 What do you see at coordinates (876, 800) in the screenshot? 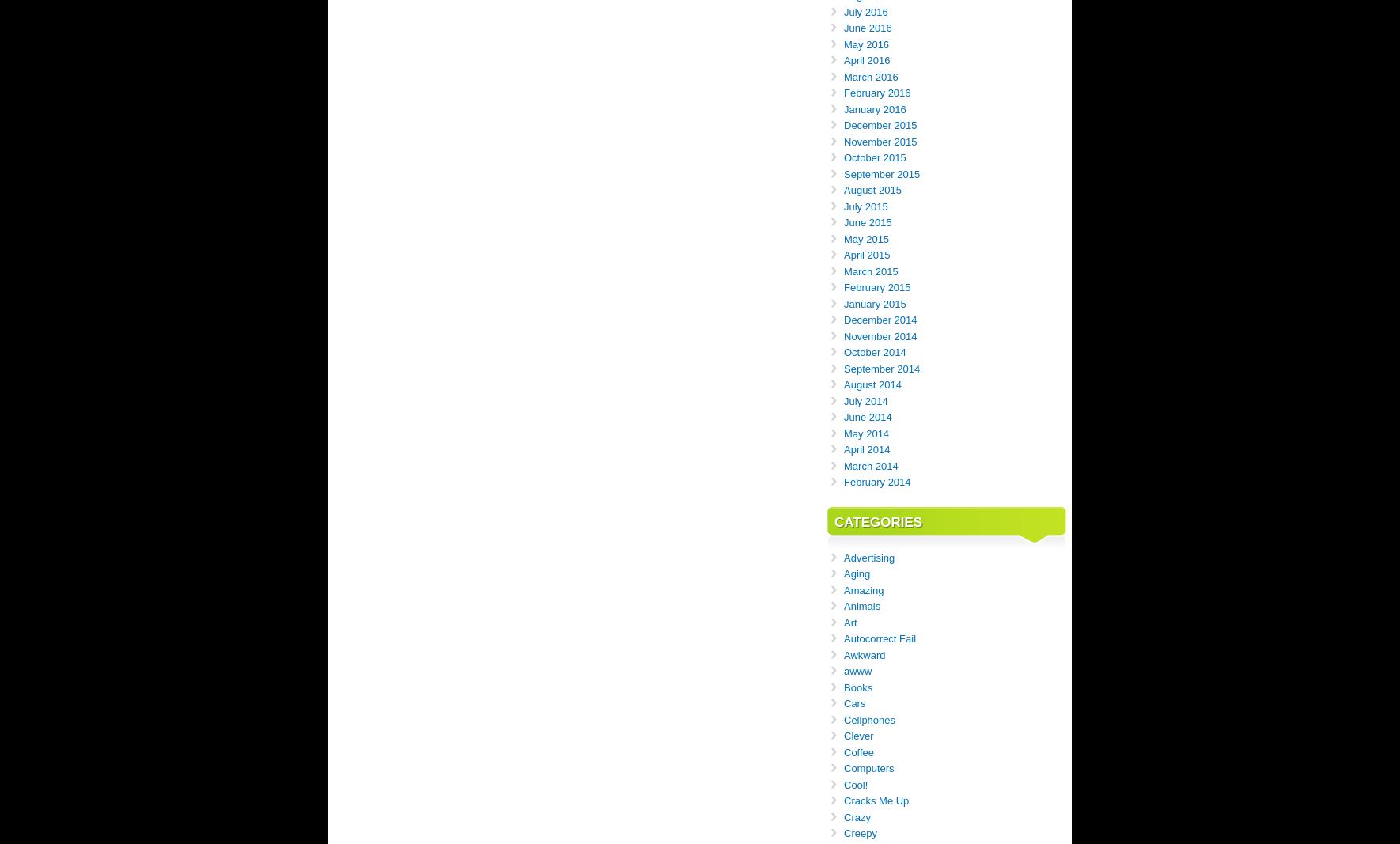
I see `'Cracks Me Up'` at bounding box center [876, 800].